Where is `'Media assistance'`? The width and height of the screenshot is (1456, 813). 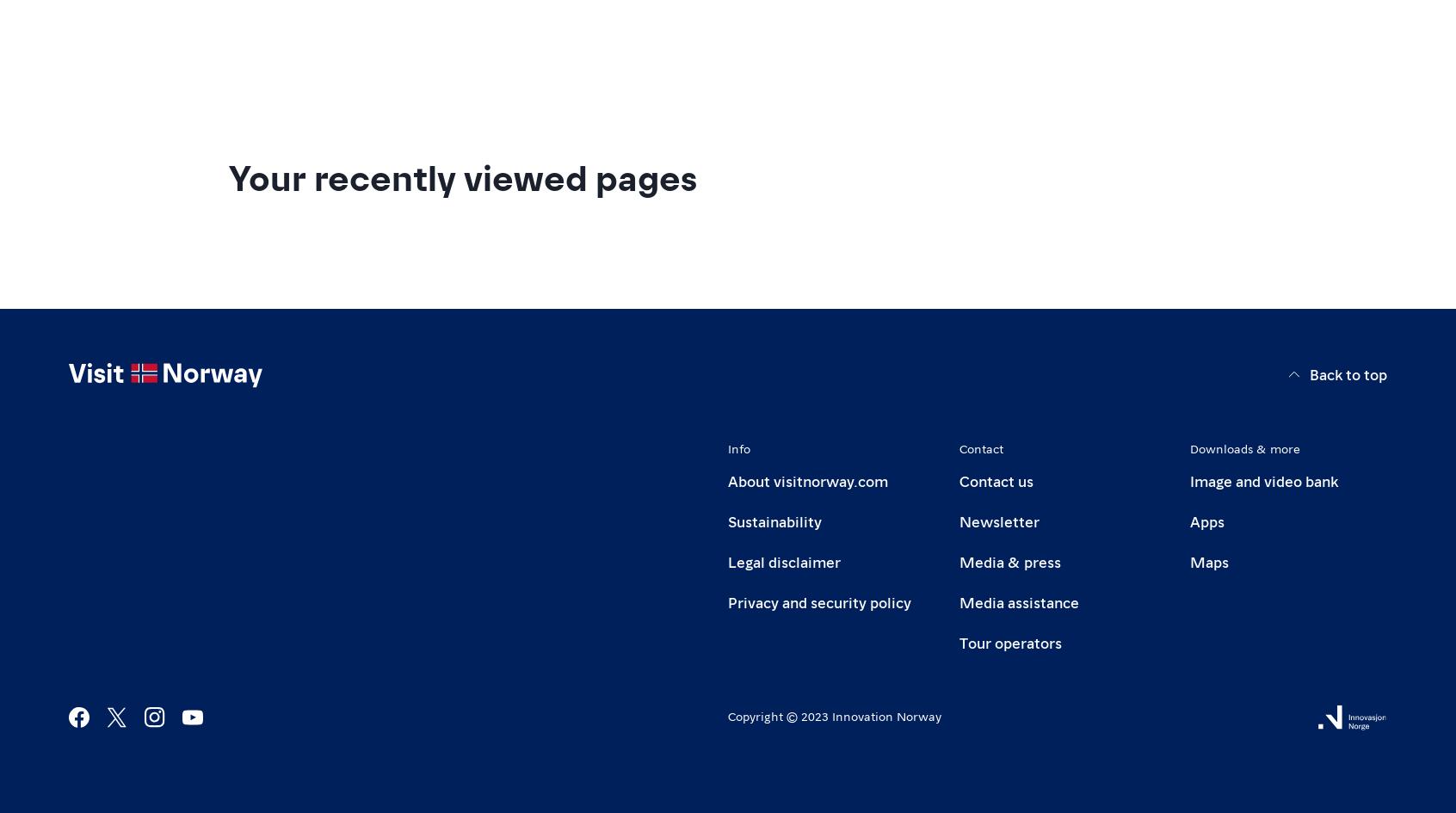 'Media assistance' is located at coordinates (959, 601).